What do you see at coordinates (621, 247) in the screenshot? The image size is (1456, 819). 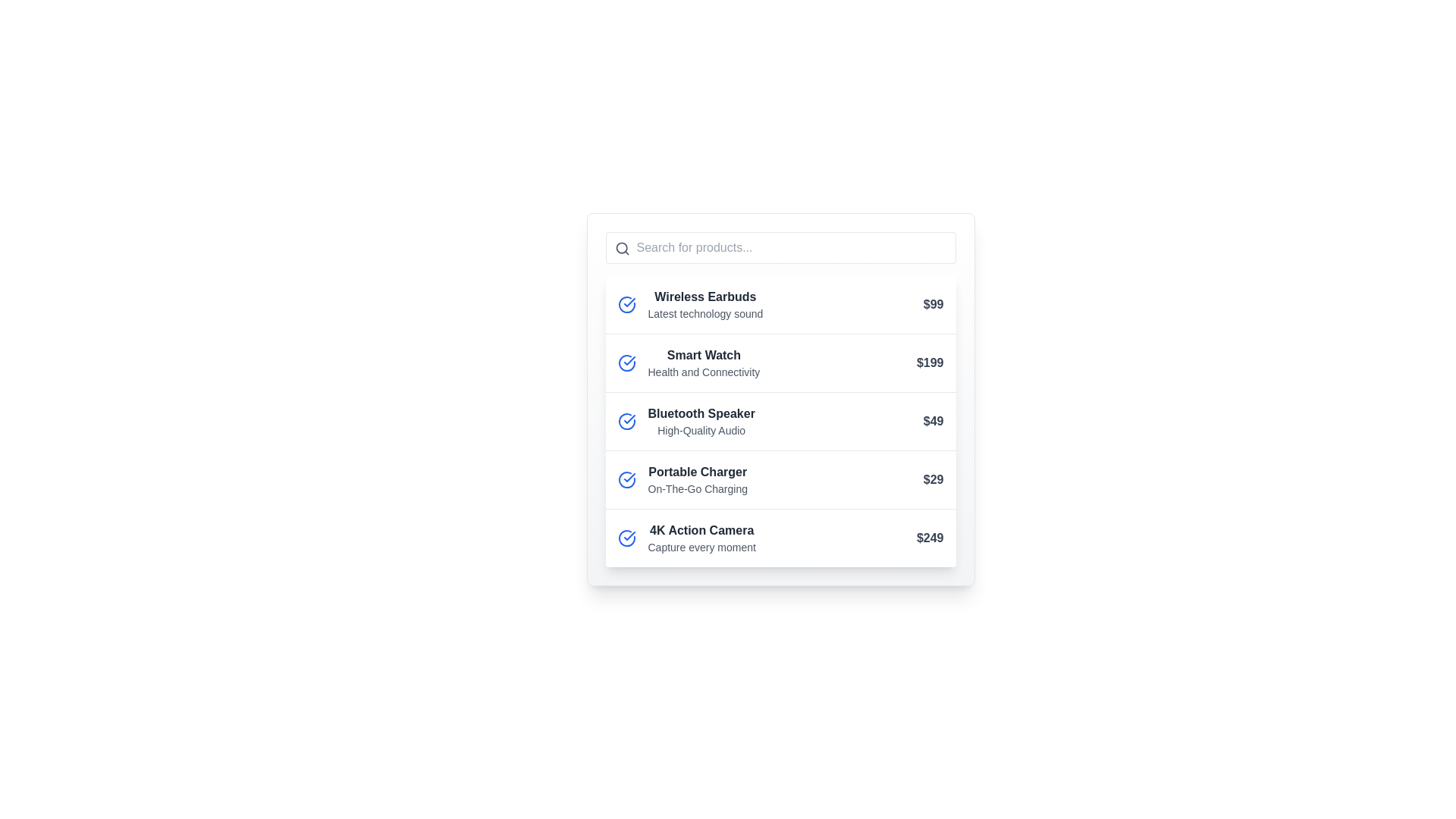 I see `the inner circle of the magnifying glass icon located at the center of the search bar` at bounding box center [621, 247].